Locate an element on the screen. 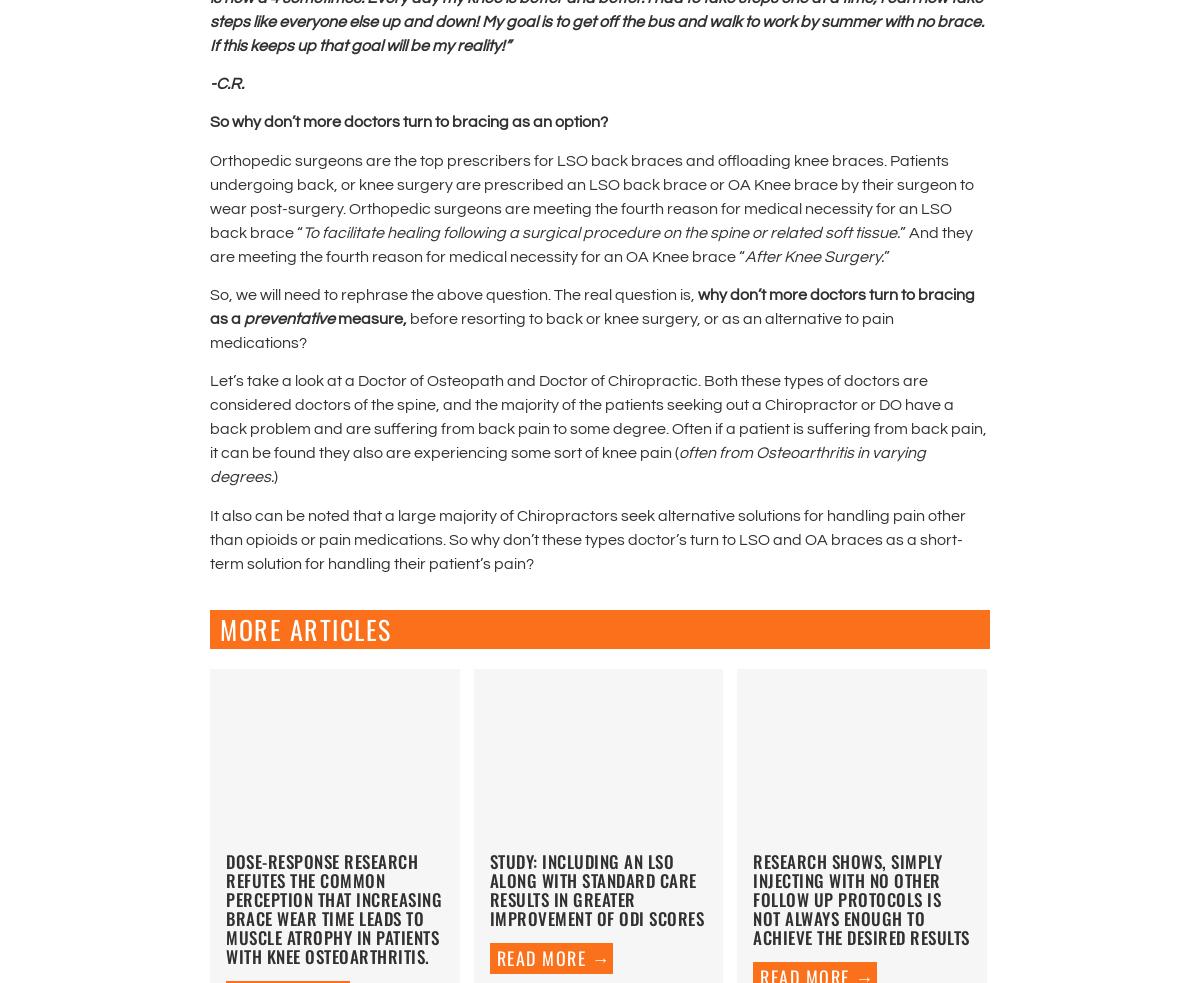 The height and width of the screenshot is (983, 1200). 'Let’s take a look at a Doctor of Osteopath and Doctor of Chiropractic. Both these types of doctors are considered doctors of the spine, and the majority of the patients seeking out a Chiropractor or DO have a back problem and are suffering from back pain to some degree. Often if a patient is suffering from back pain, it can be found they also are experiencing some sort of knee pain (' is located at coordinates (209, 415).